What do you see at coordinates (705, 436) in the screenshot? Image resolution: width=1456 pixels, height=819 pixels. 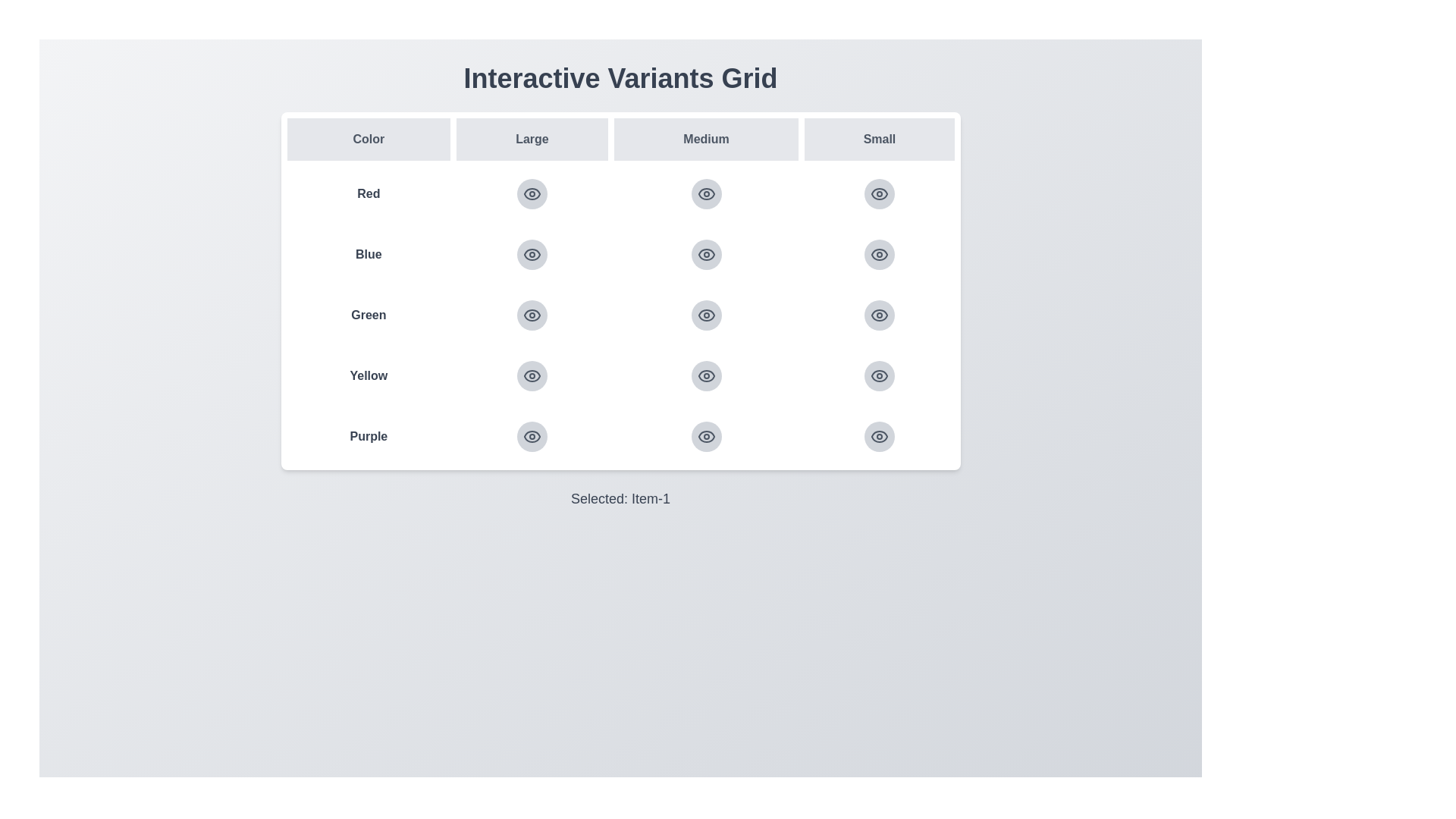 I see `the circular button with a gray background and an eye icon located in the 'Purple' row under the 'Medium' column` at bounding box center [705, 436].